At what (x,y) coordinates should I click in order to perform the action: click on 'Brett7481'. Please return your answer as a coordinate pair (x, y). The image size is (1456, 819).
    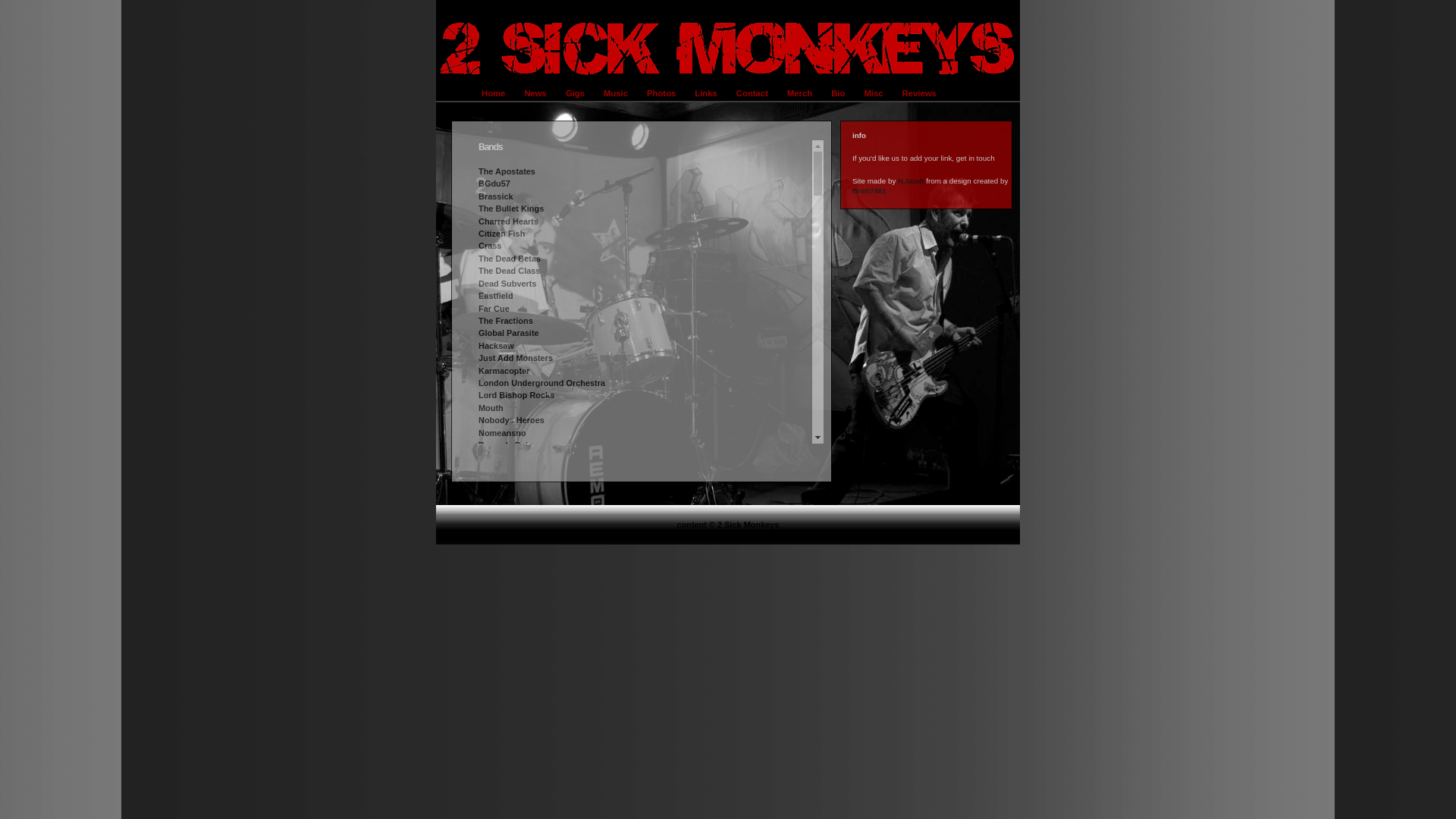
    Looking at the image, I should click on (869, 190).